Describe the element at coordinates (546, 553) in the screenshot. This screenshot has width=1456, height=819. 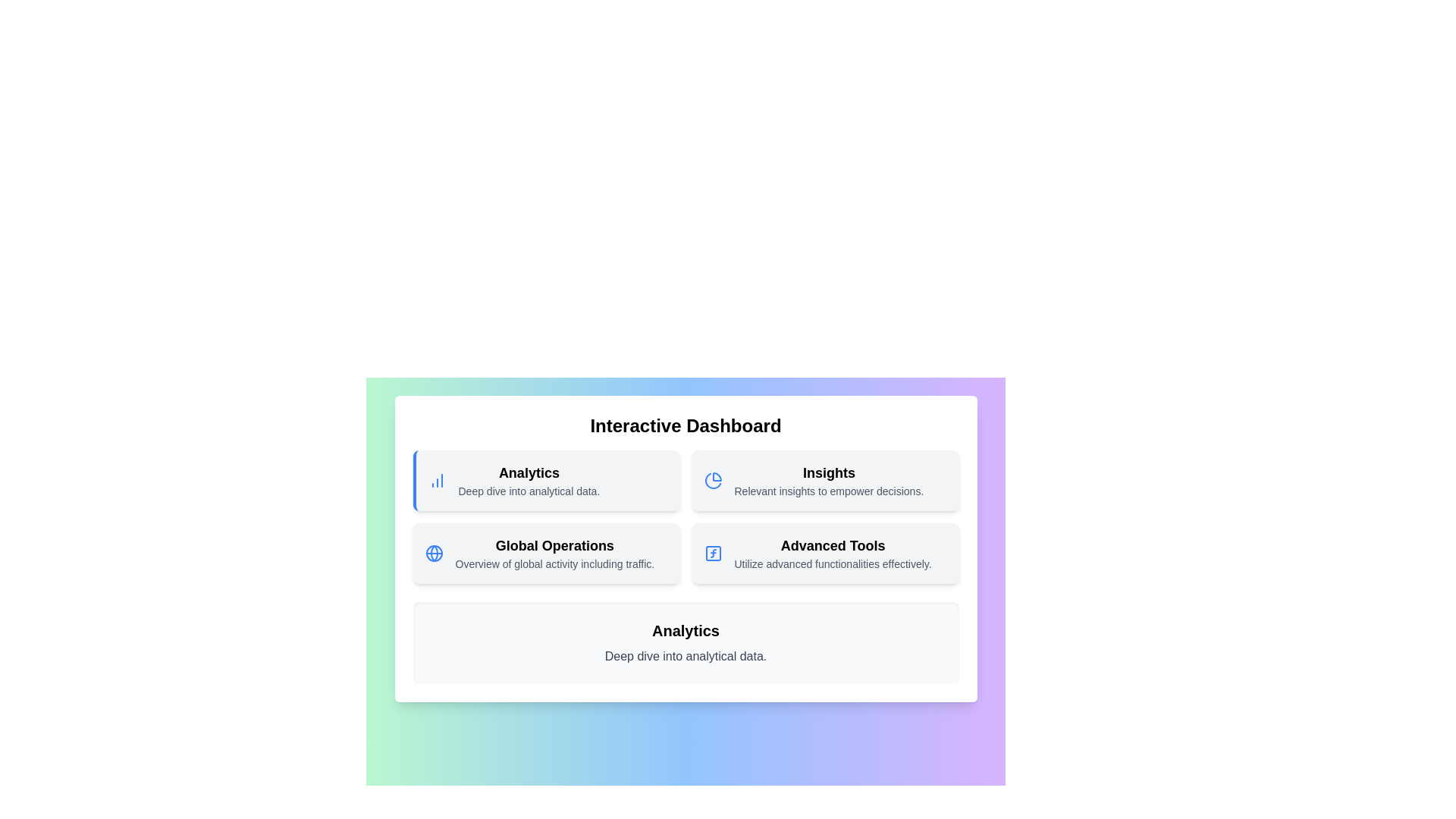
I see `the menu item corresponding to Global Operations` at that location.